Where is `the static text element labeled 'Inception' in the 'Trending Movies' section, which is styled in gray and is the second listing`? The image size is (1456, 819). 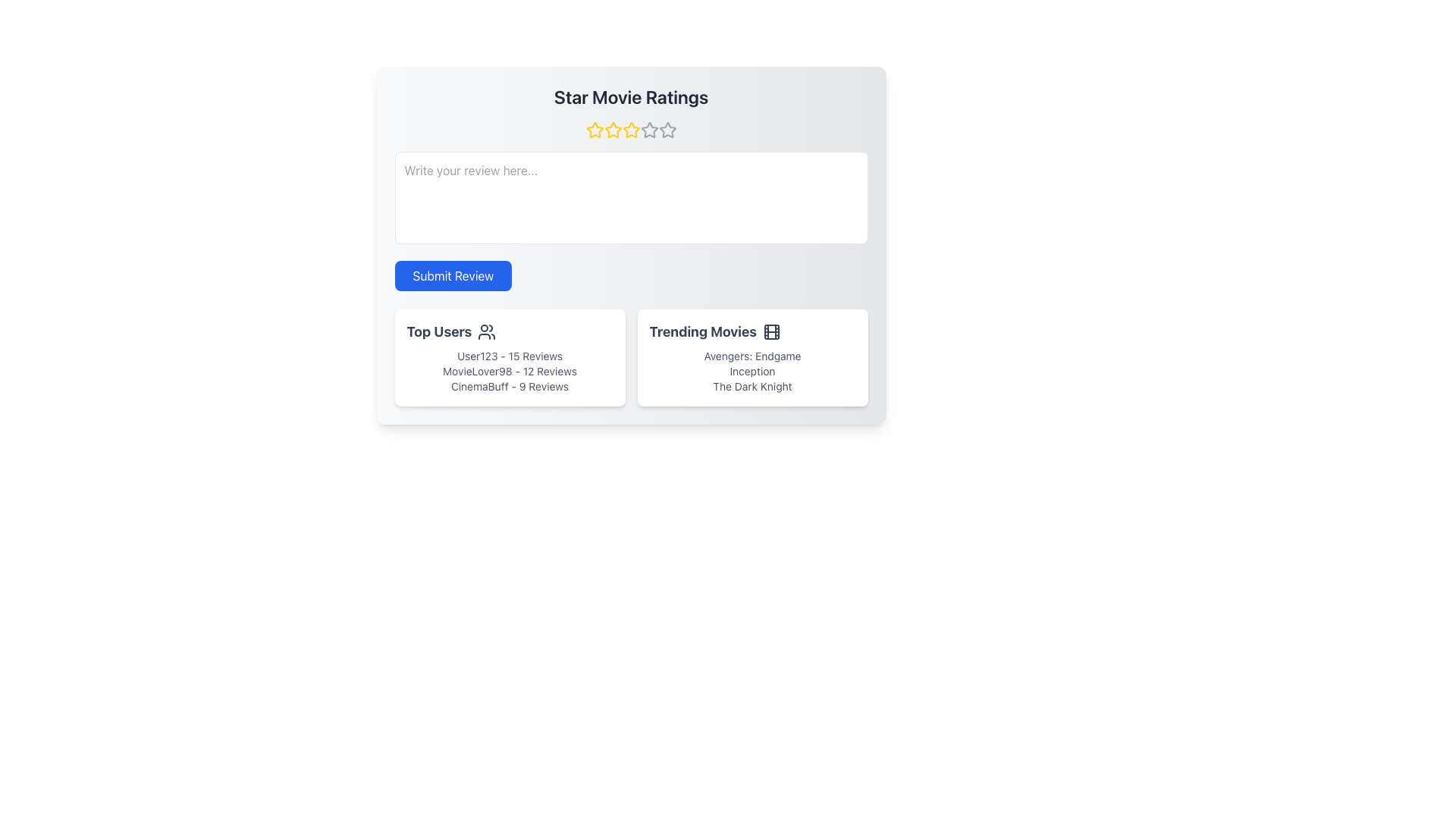
the static text element labeled 'Inception' in the 'Trending Movies' section, which is styled in gray and is the second listing is located at coordinates (752, 371).